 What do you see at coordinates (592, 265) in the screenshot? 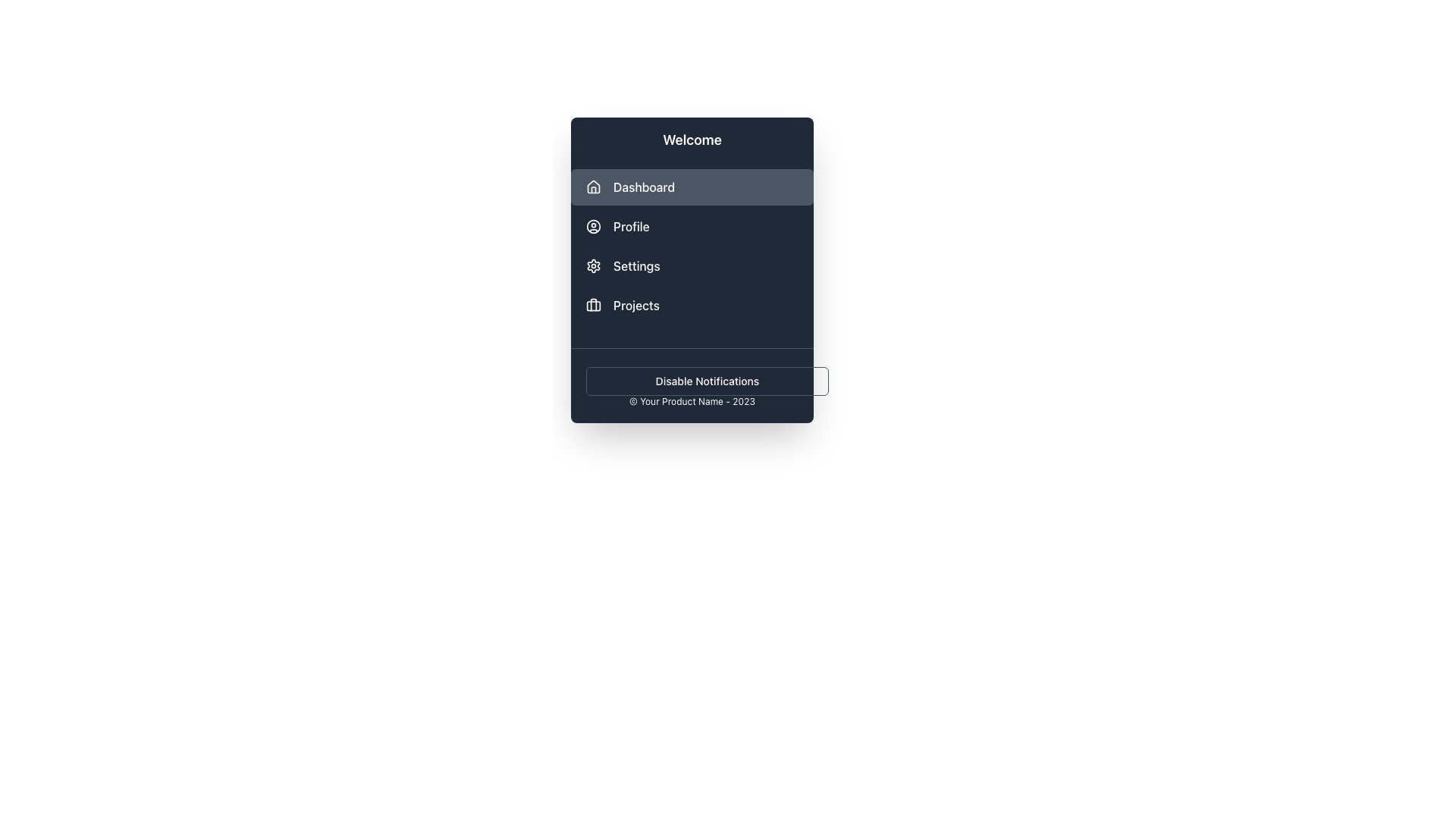
I see `the gear icon located to the left of the 'Settings' text in the vertical menu` at bounding box center [592, 265].